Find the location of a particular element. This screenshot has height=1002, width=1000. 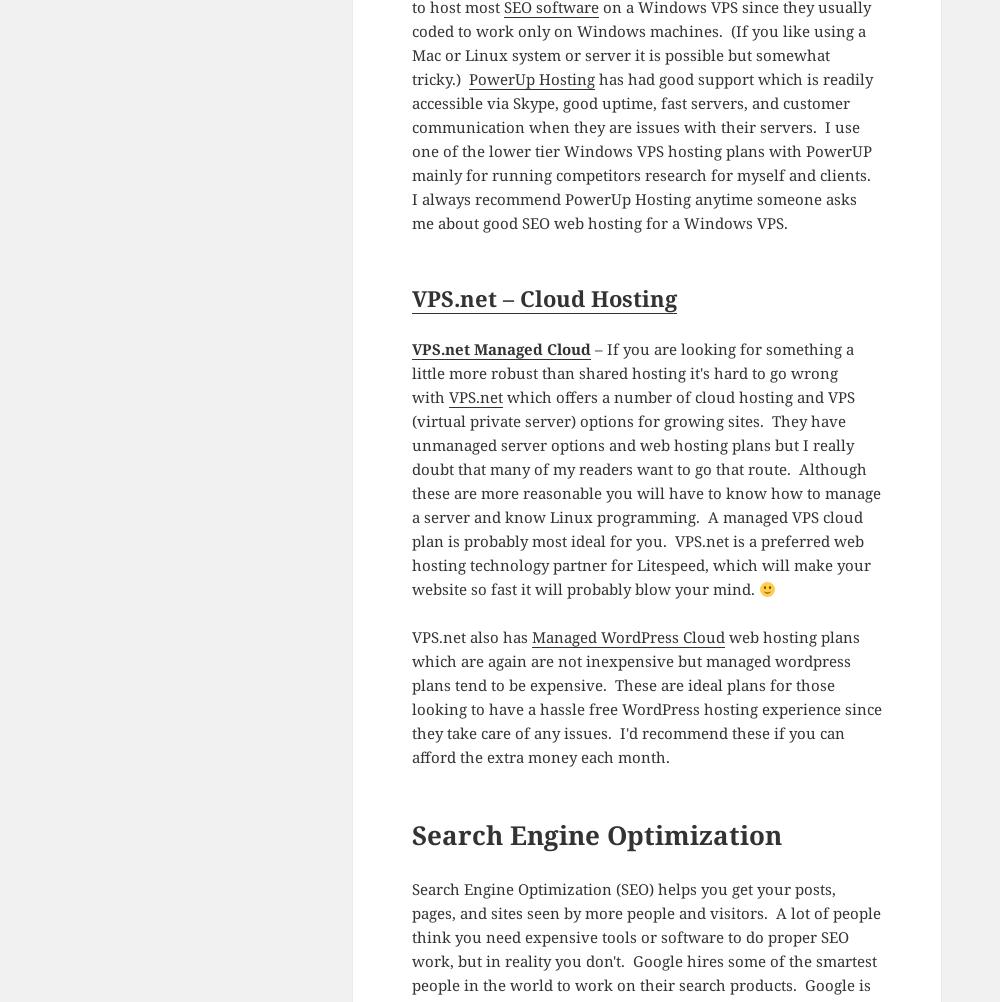

'Managed WordPress Cloud' is located at coordinates (531, 635).